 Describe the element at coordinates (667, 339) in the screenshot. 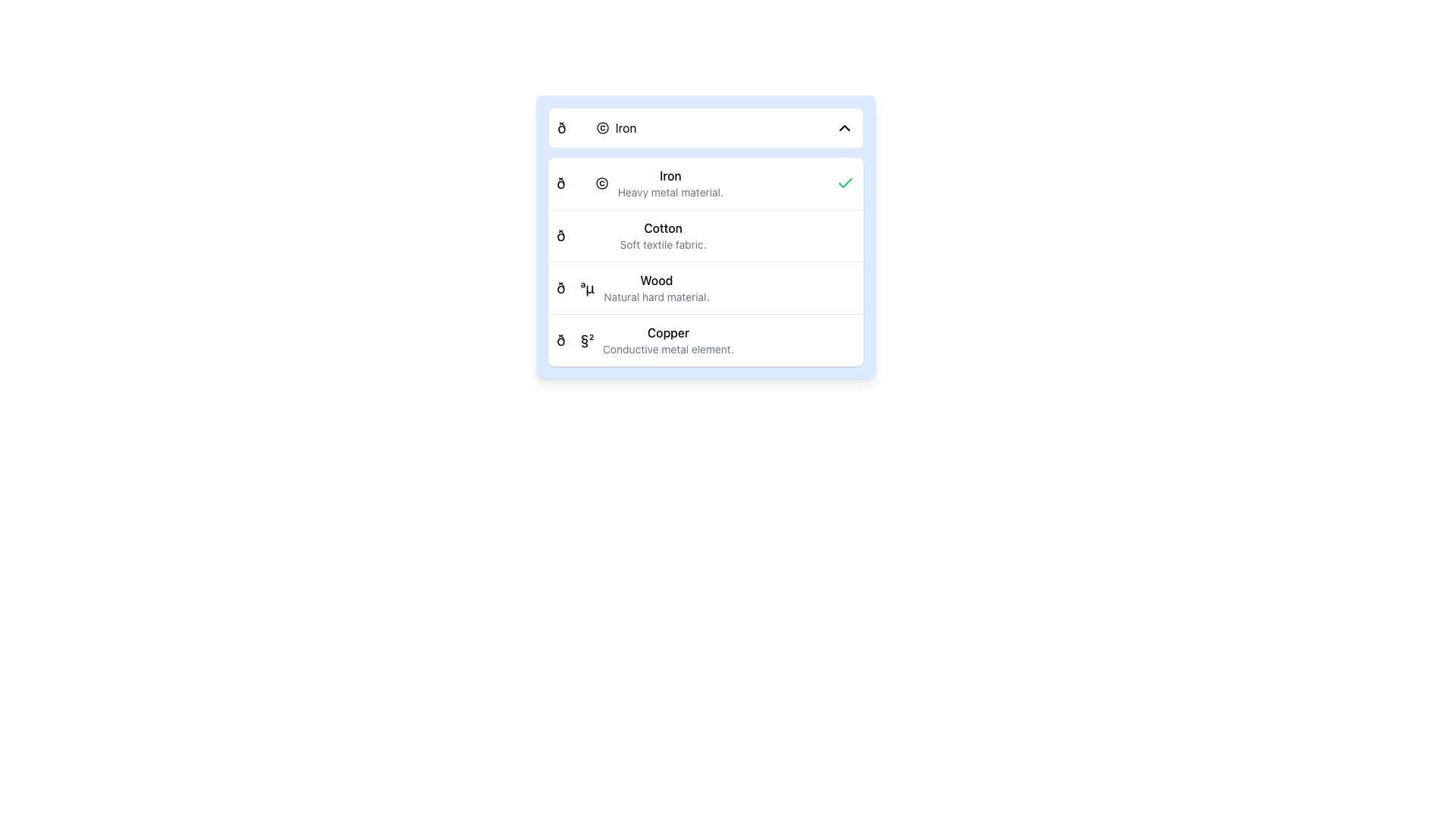

I see `the dropdown option labeled 'Copper'` at that location.